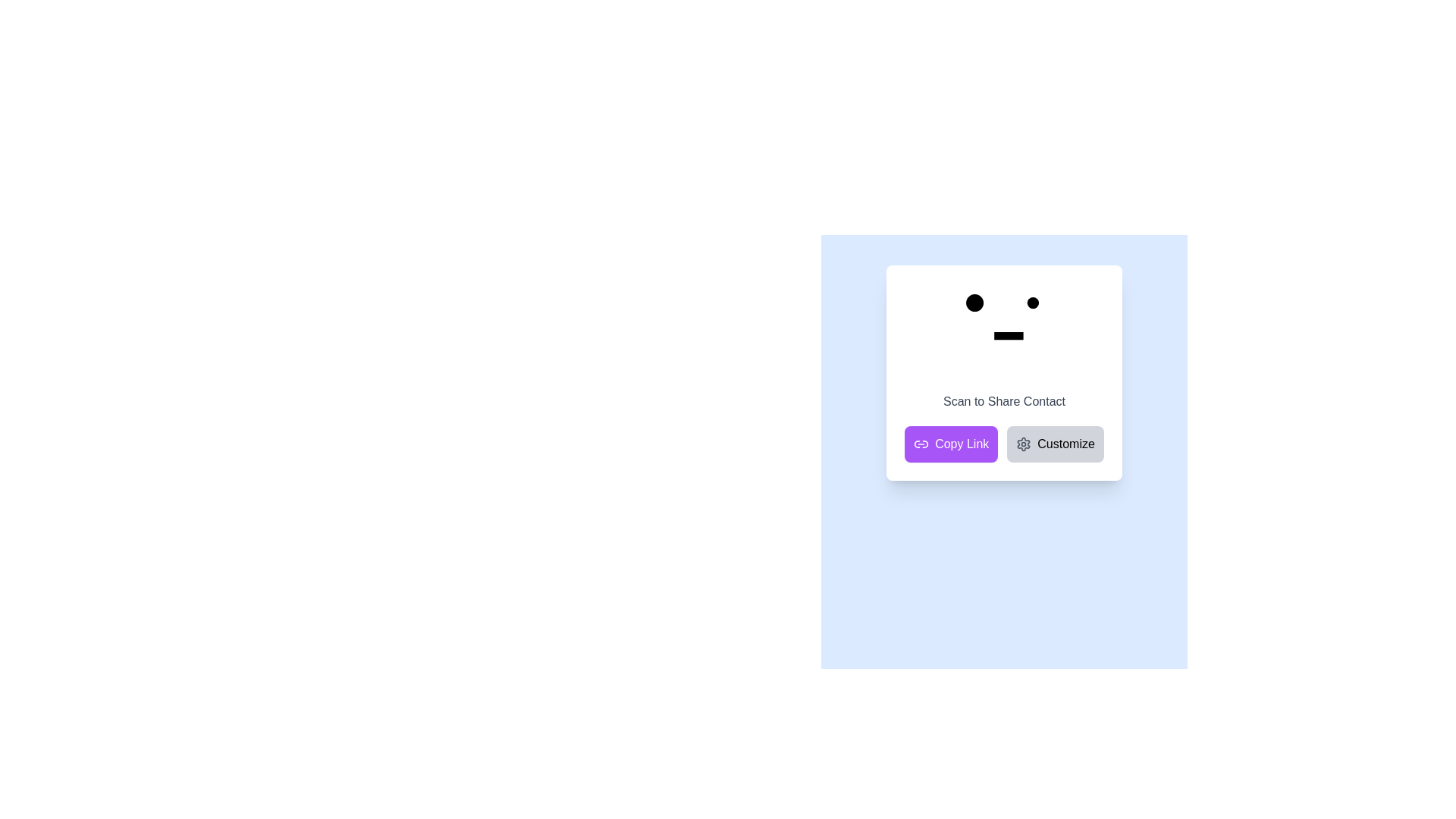 This screenshot has width=1456, height=819. What do you see at coordinates (1009, 335) in the screenshot?
I see `the rectangular graphical element that resembles a mouth, positioned centrally below two circular shapes resembling eyes` at bounding box center [1009, 335].